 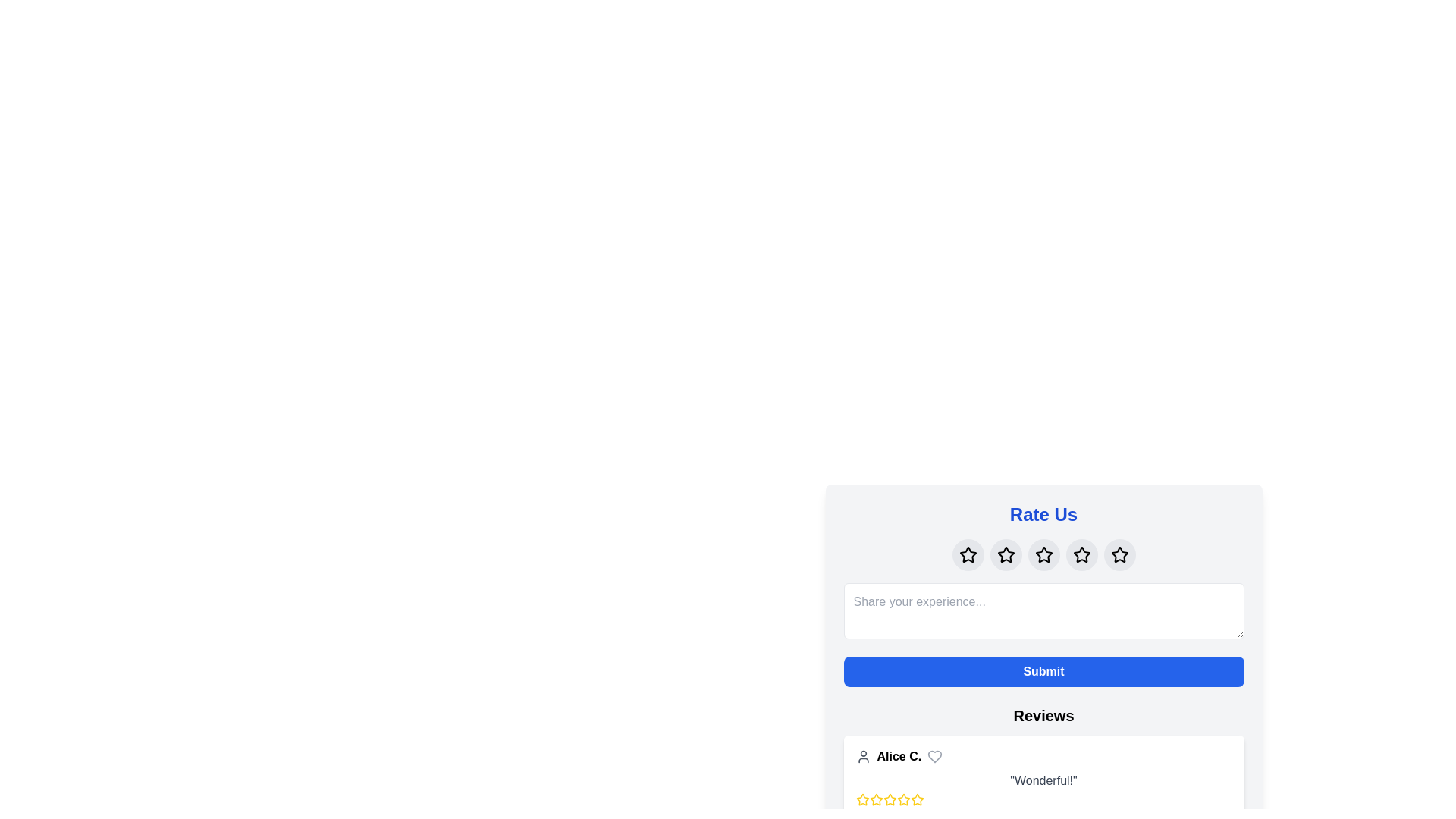 What do you see at coordinates (1080, 554) in the screenshot?
I see `the fourth star-shaped rating icon located on the right side of a row of five star icons` at bounding box center [1080, 554].